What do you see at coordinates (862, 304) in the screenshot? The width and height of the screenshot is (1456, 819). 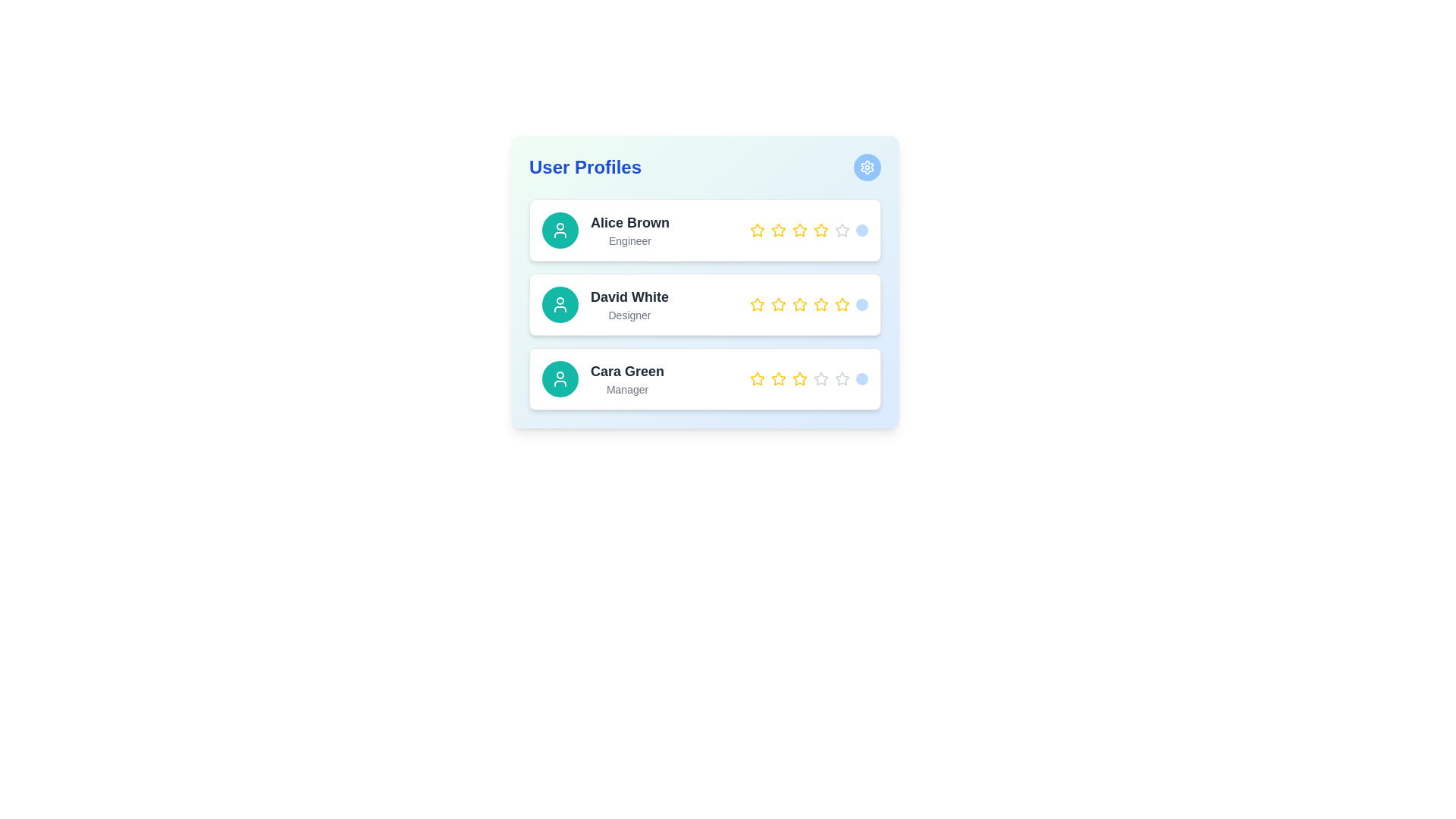 I see `the interactive button for submitting or confirming the rating for user 'David White', located at the far right of the rating stars row` at bounding box center [862, 304].